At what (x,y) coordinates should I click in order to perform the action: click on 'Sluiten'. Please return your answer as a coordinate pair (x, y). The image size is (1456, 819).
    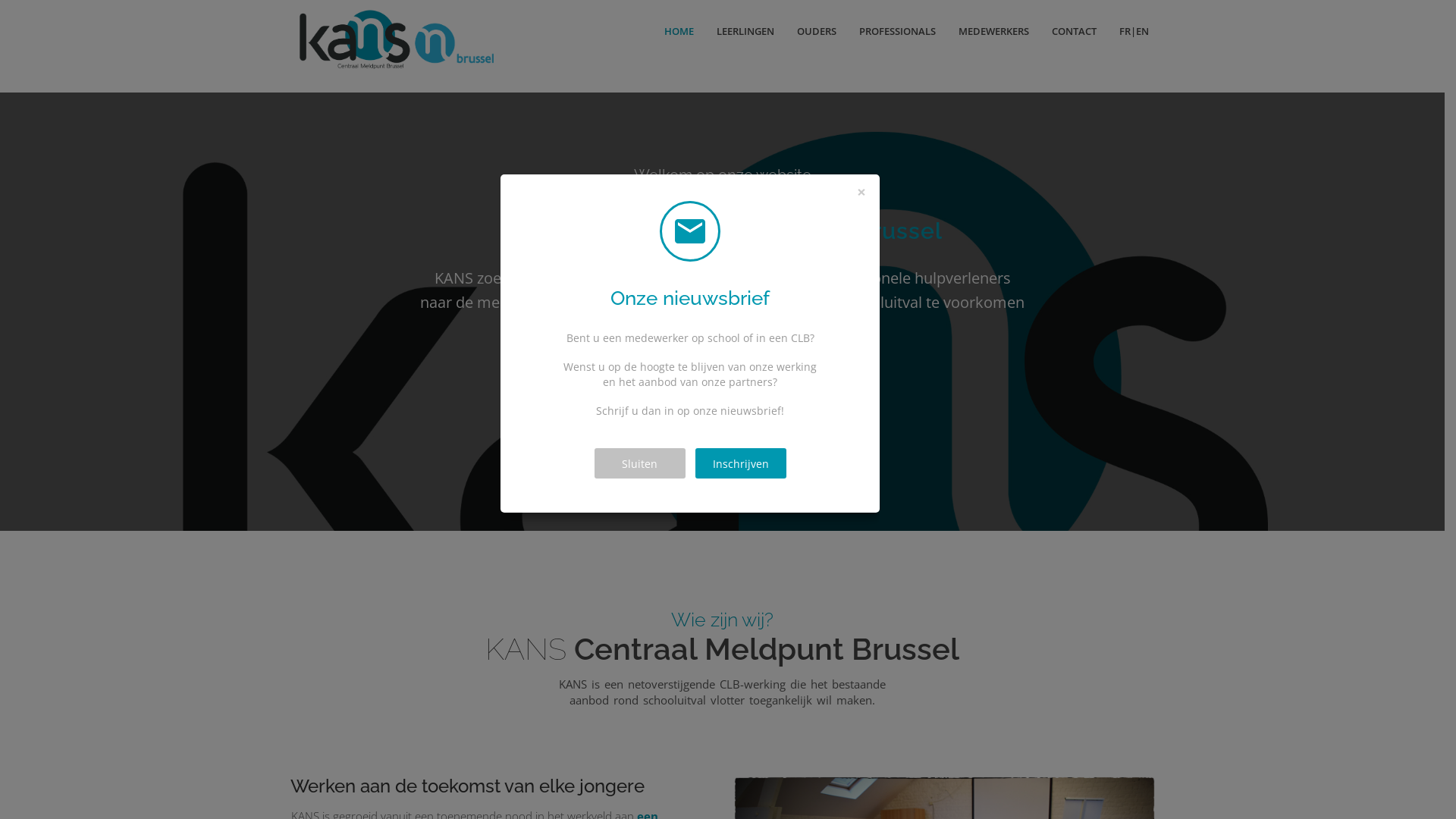
    Looking at the image, I should click on (593, 462).